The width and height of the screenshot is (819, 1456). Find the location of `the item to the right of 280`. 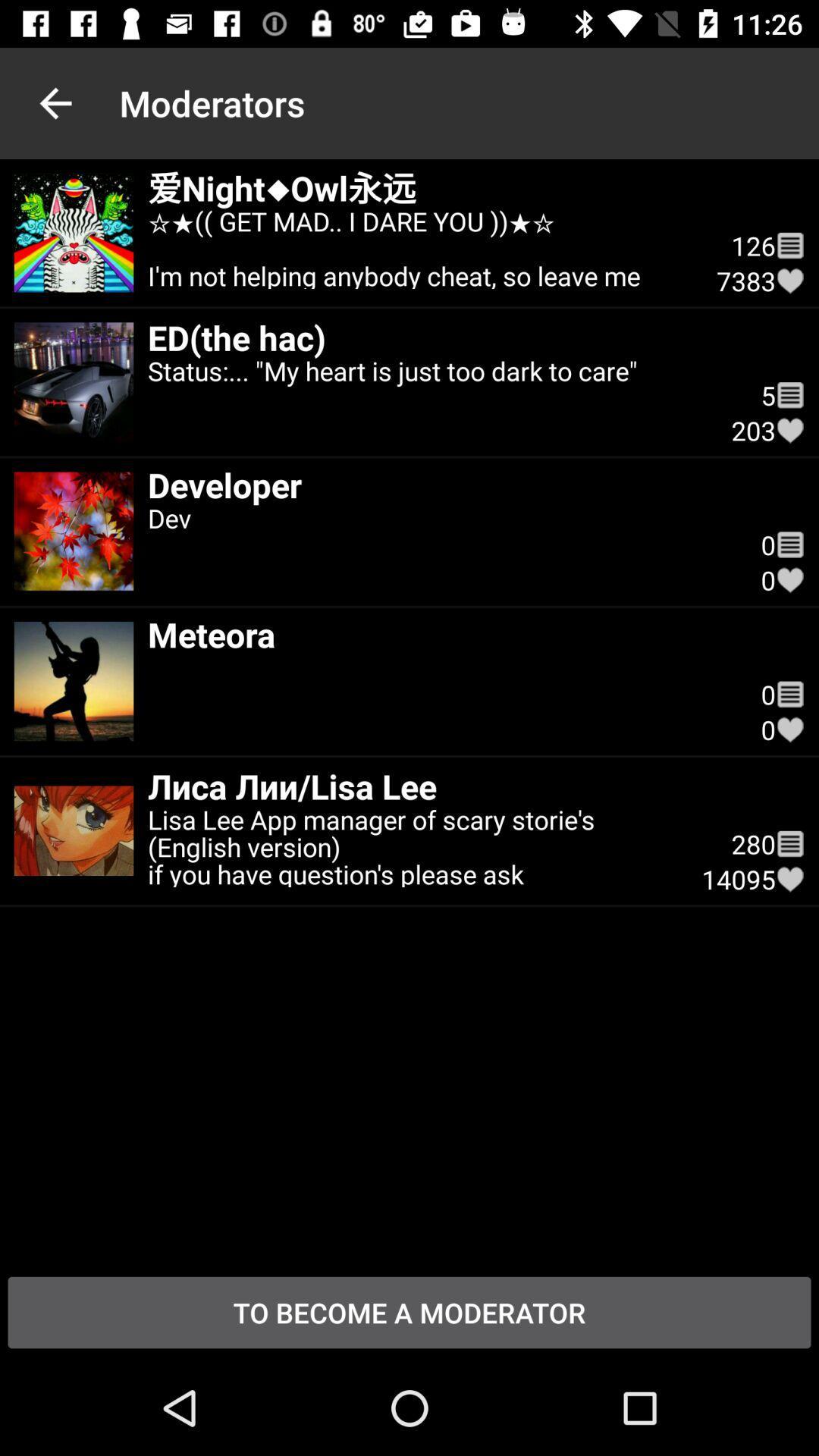

the item to the right of 280 is located at coordinates (789, 879).